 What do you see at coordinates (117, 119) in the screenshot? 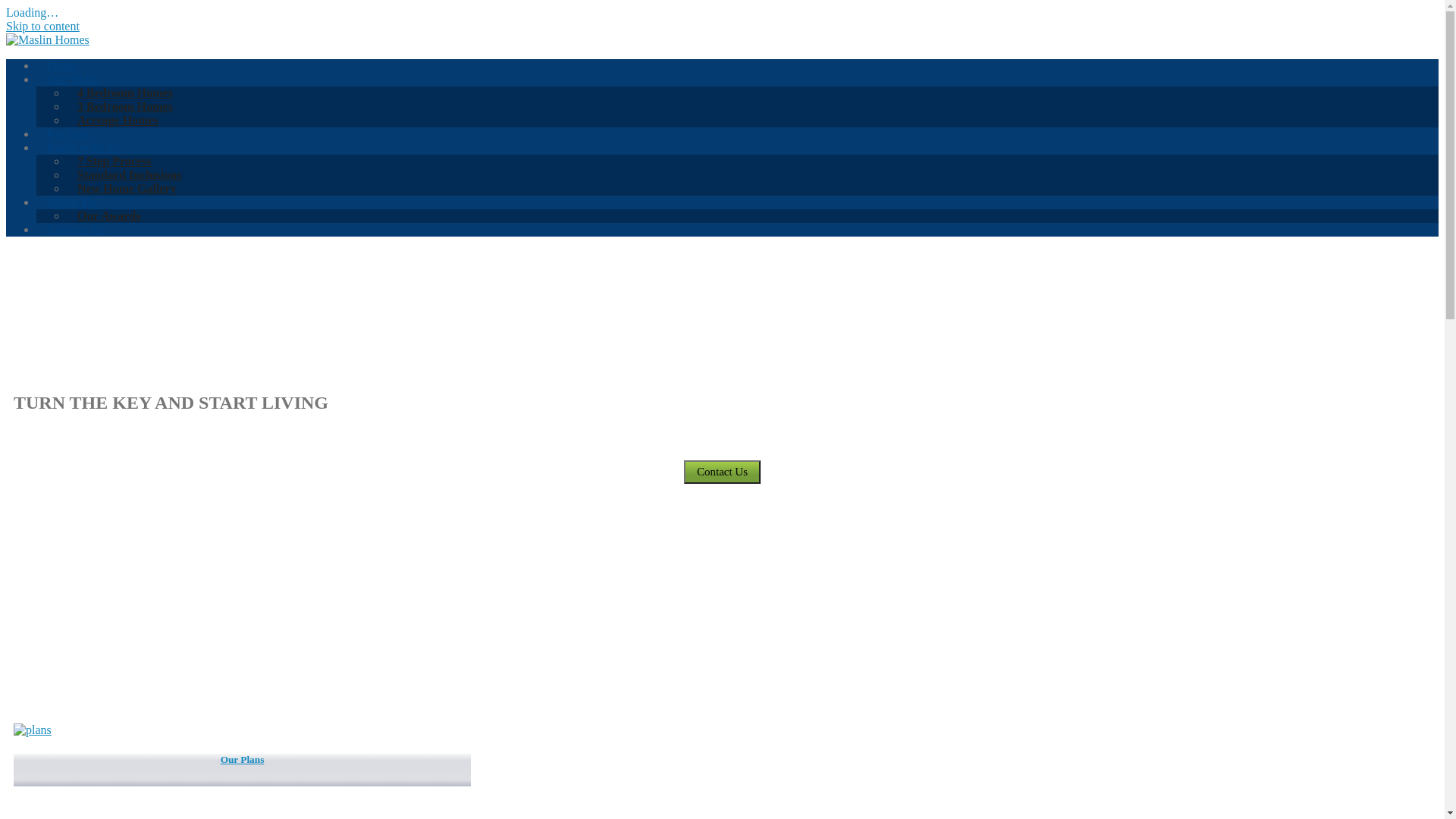
I see `'Acreage Homes'` at bounding box center [117, 119].